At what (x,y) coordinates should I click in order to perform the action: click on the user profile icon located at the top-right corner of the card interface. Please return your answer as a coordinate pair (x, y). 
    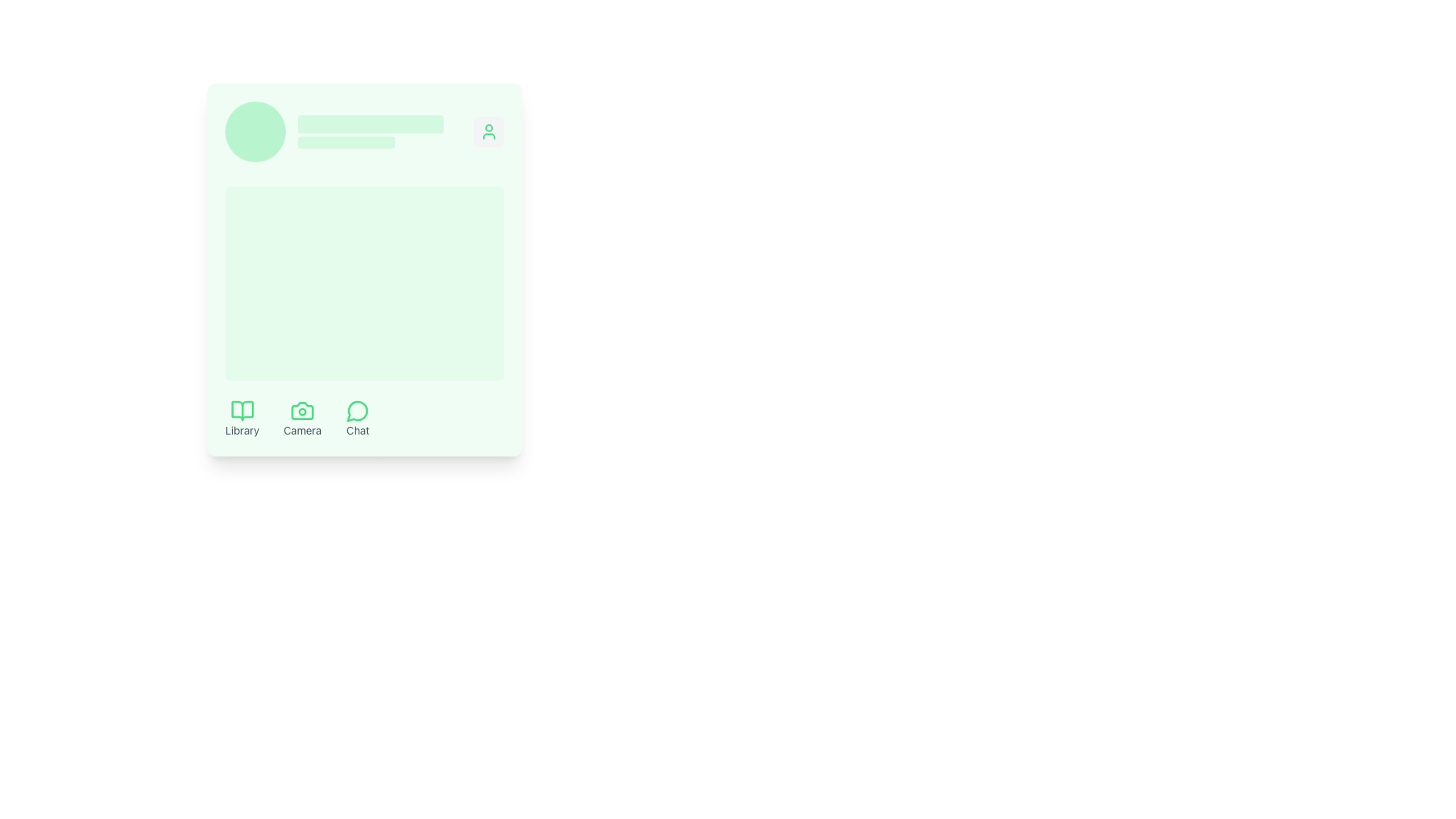
    Looking at the image, I should click on (488, 130).